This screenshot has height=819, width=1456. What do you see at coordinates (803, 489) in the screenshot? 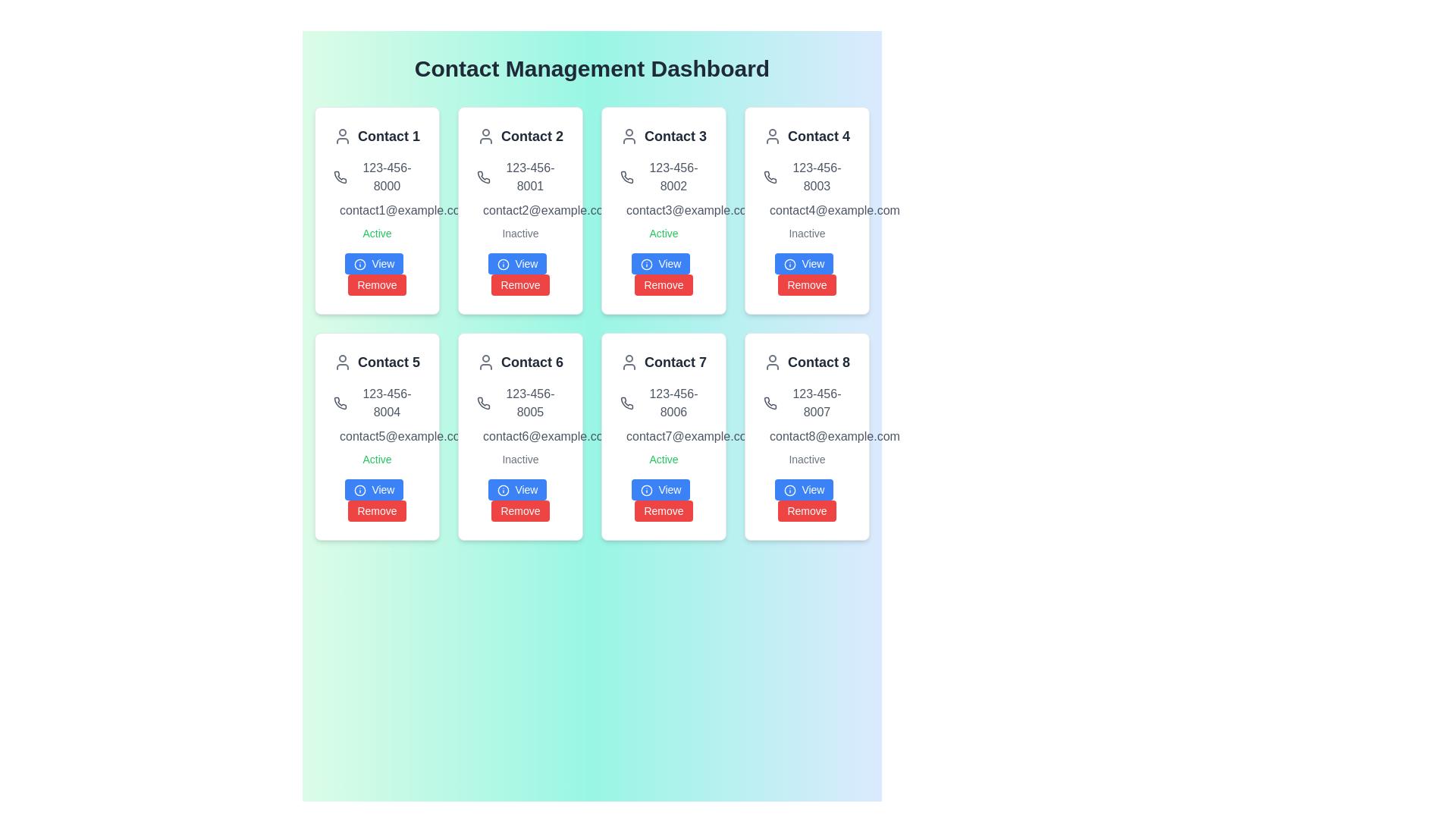
I see `the primary action button located in the Contact 8 card in the bottom-right corner of the contact grid` at bounding box center [803, 489].